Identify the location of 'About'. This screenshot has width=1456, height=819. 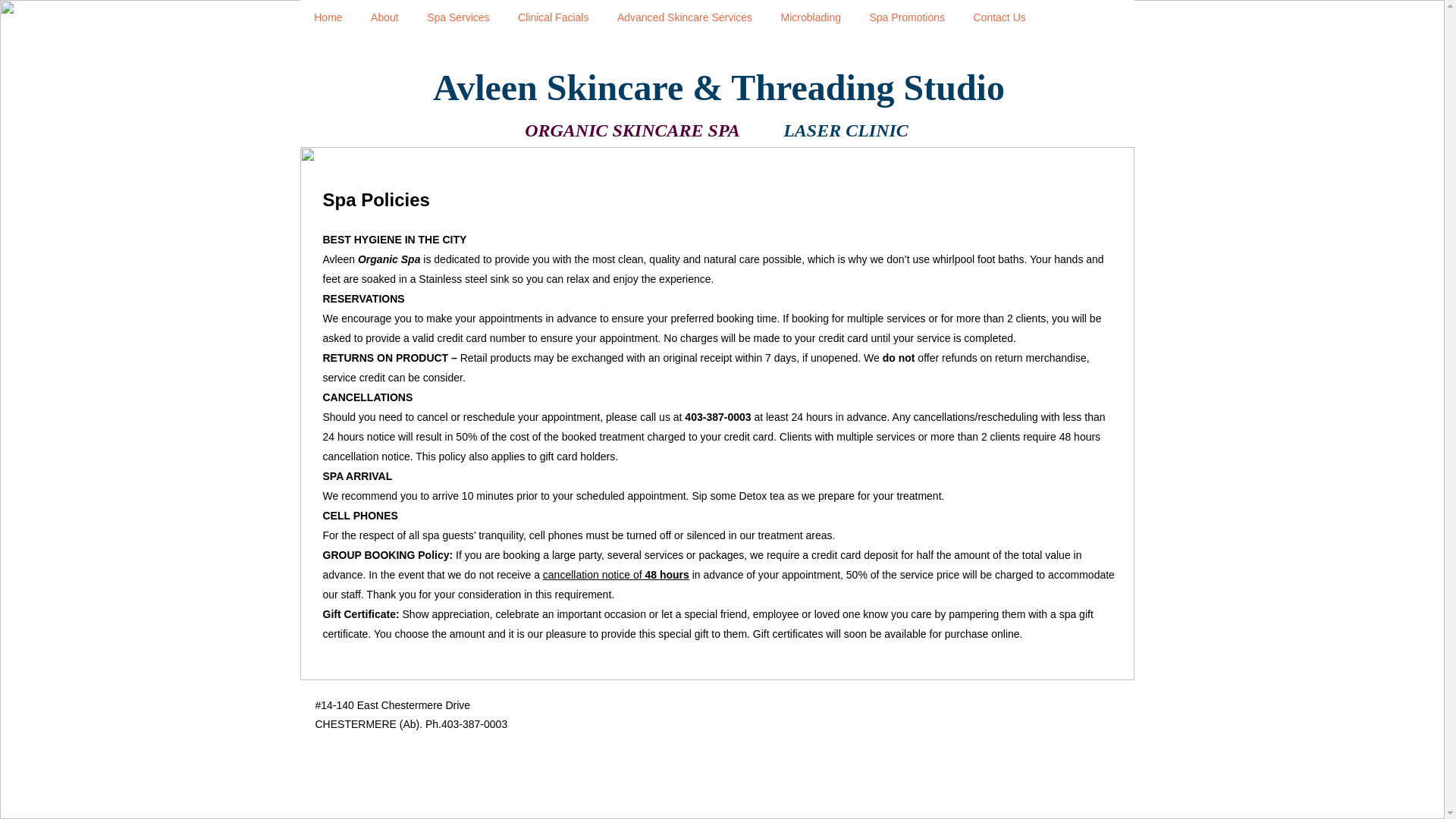
(356, 17).